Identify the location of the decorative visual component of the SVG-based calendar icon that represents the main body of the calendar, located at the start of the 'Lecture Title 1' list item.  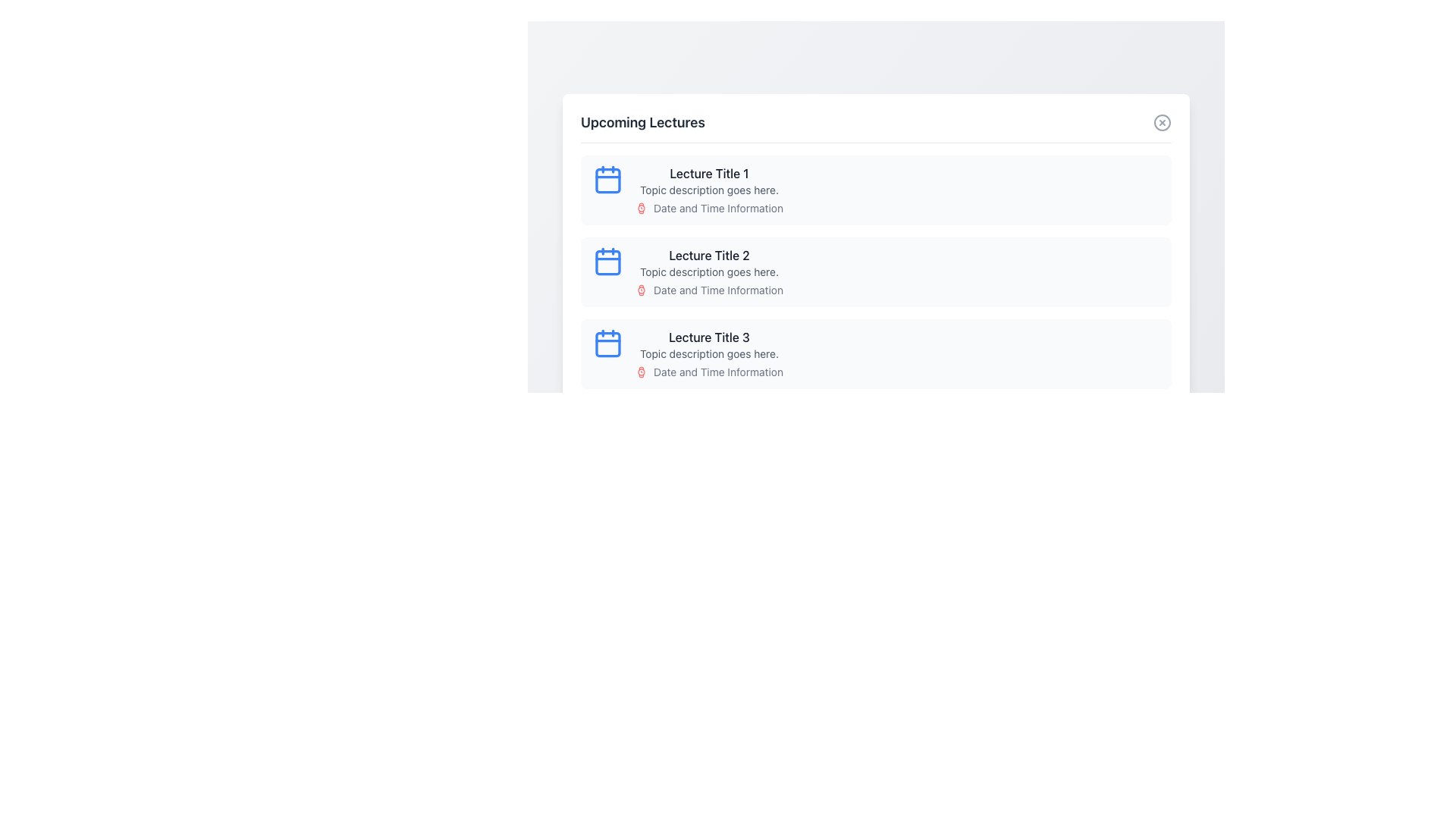
(607, 180).